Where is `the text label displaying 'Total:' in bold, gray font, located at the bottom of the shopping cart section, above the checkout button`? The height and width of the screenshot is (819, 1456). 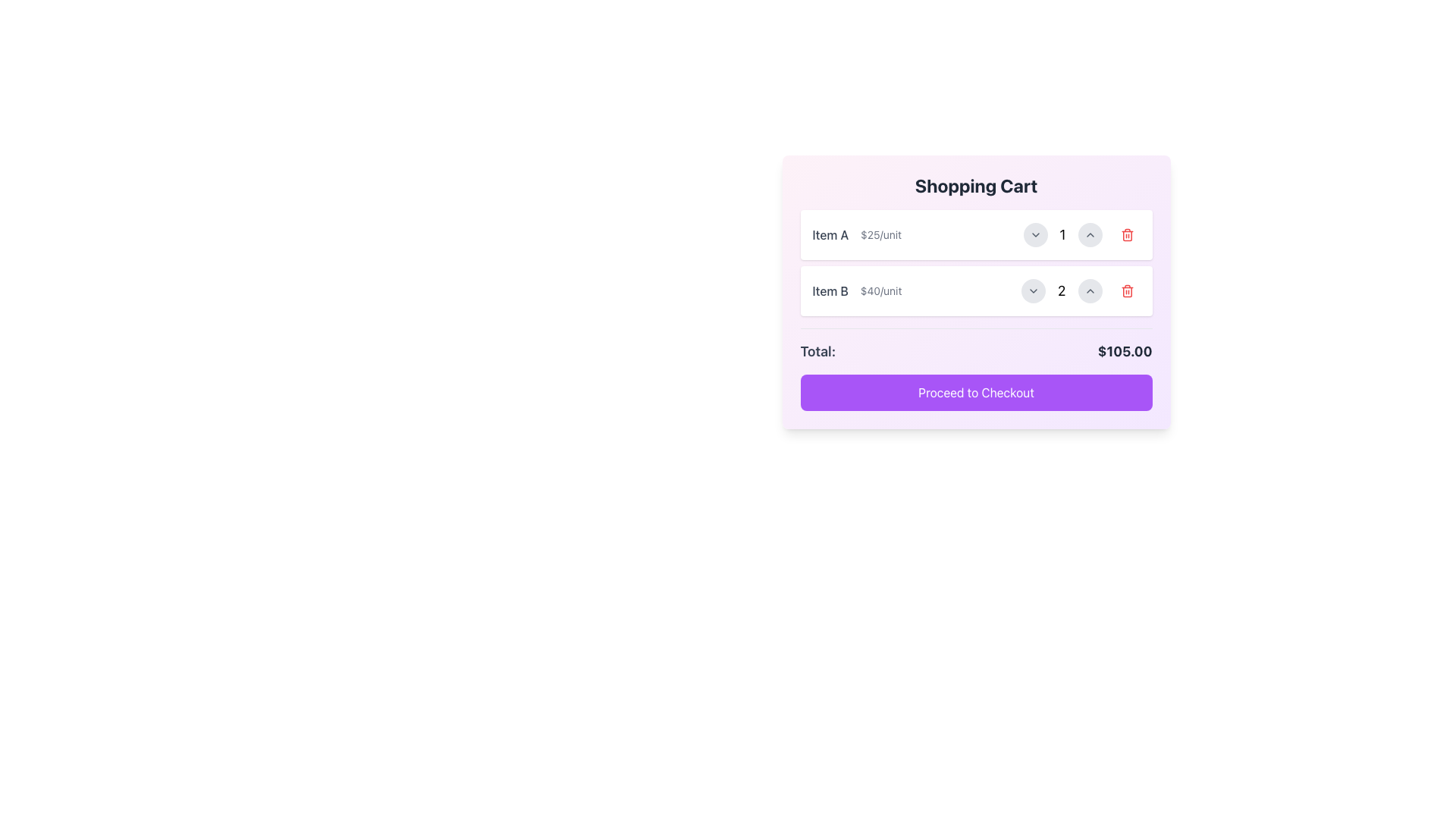 the text label displaying 'Total:' in bold, gray font, located at the bottom of the shopping cart section, above the checkout button is located at coordinates (817, 351).